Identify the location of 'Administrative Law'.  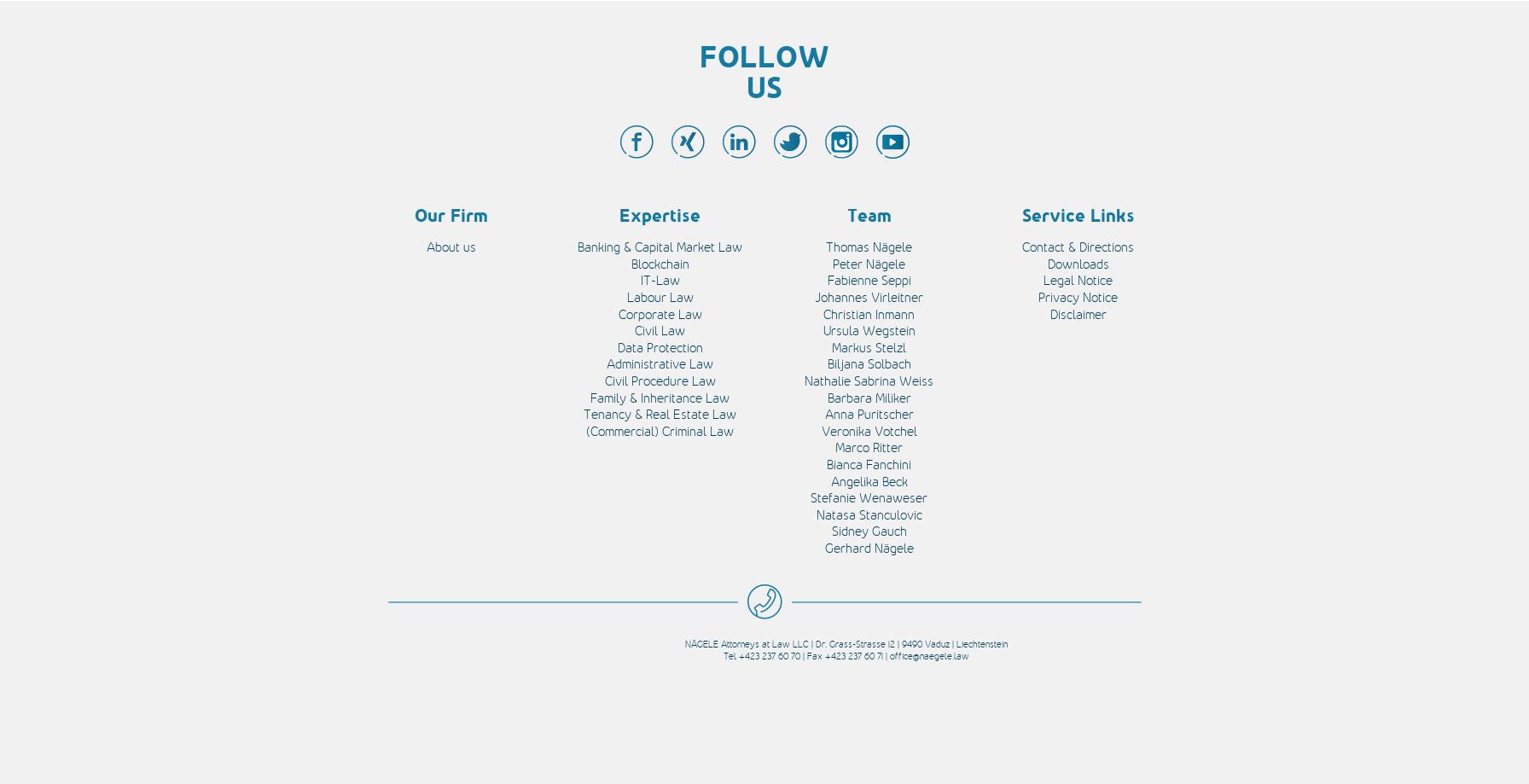
(660, 363).